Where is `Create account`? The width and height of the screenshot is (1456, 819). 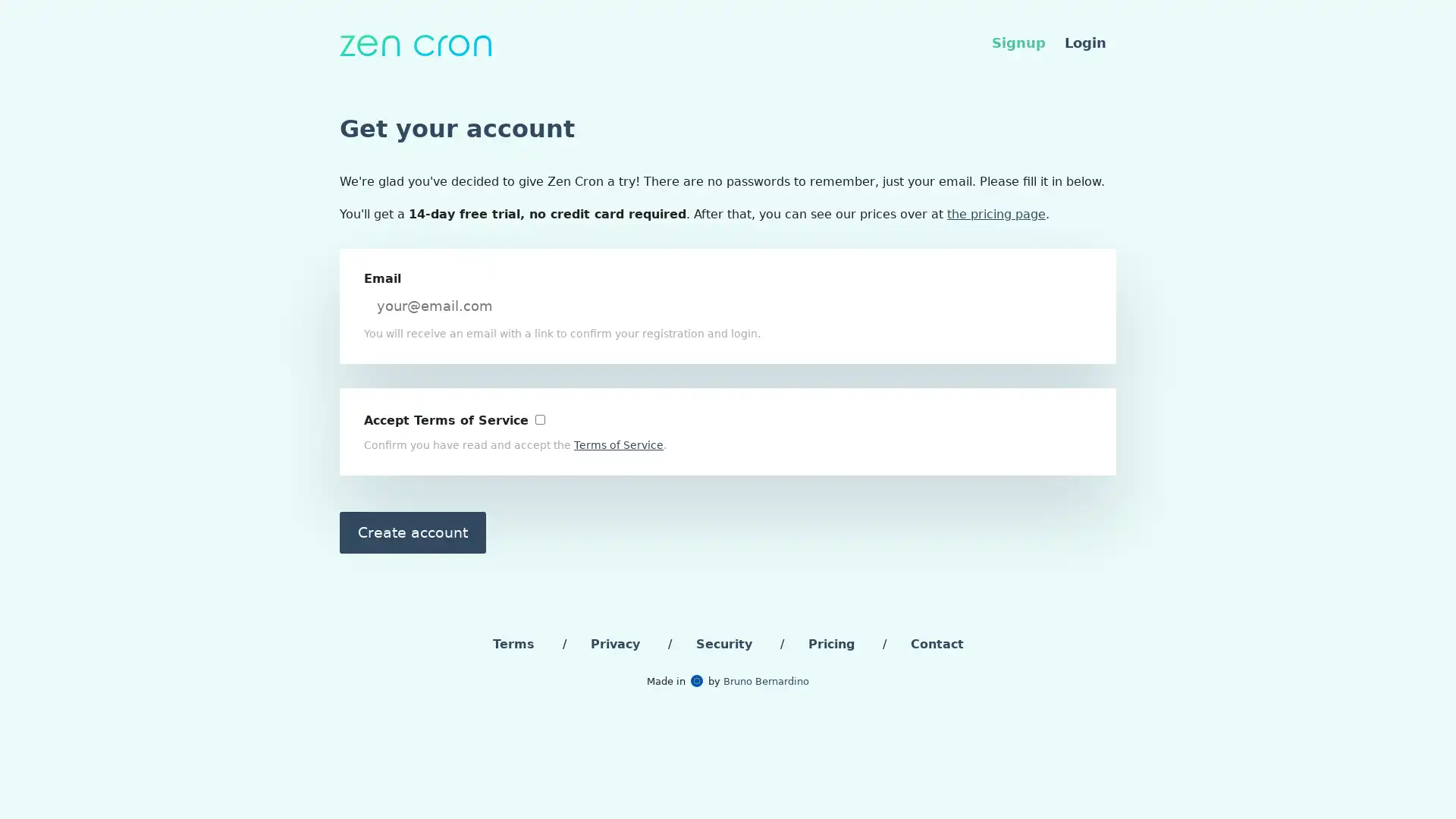 Create account is located at coordinates (413, 531).